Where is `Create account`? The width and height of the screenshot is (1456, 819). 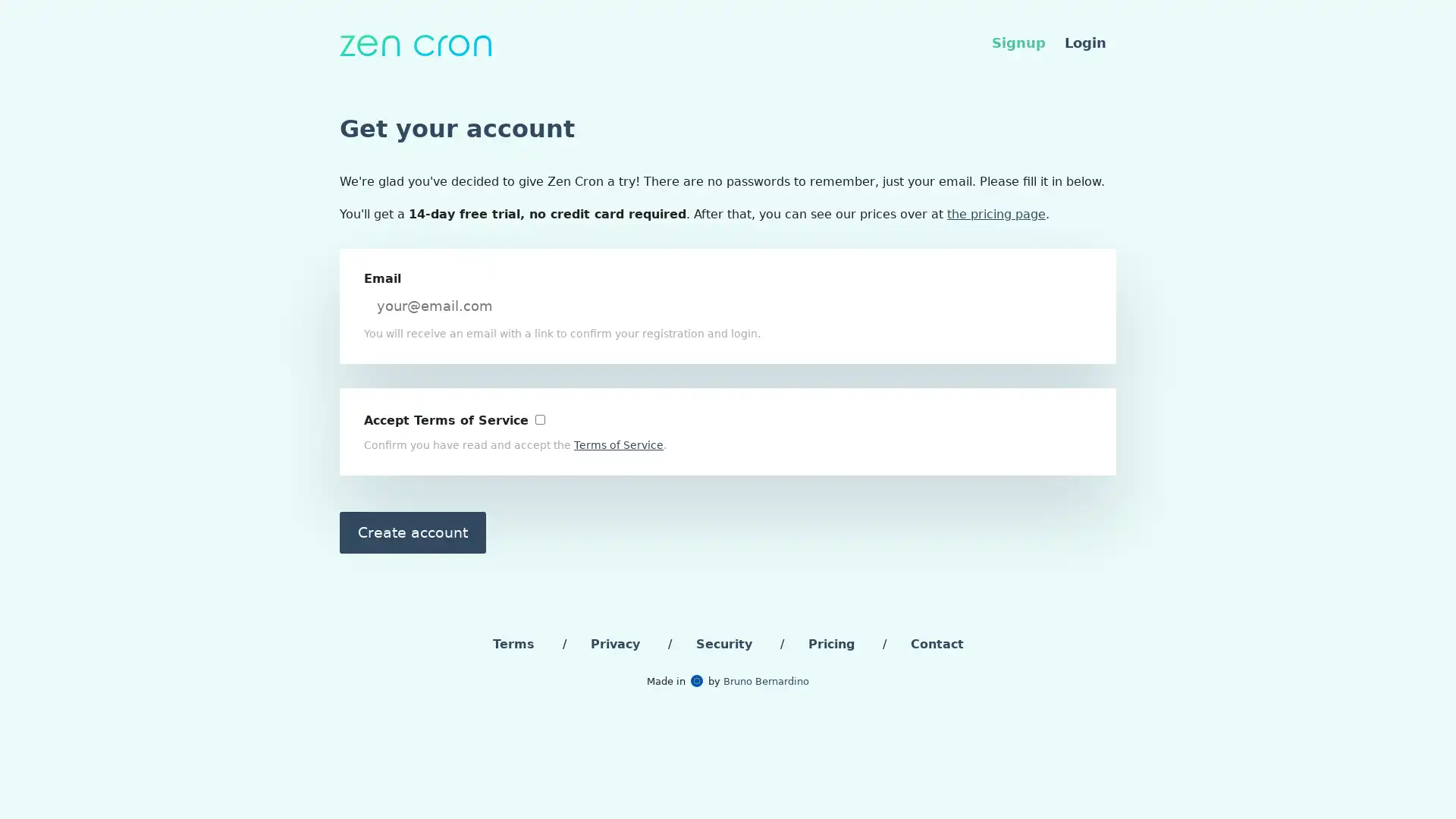 Create account is located at coordinates (413, 531).